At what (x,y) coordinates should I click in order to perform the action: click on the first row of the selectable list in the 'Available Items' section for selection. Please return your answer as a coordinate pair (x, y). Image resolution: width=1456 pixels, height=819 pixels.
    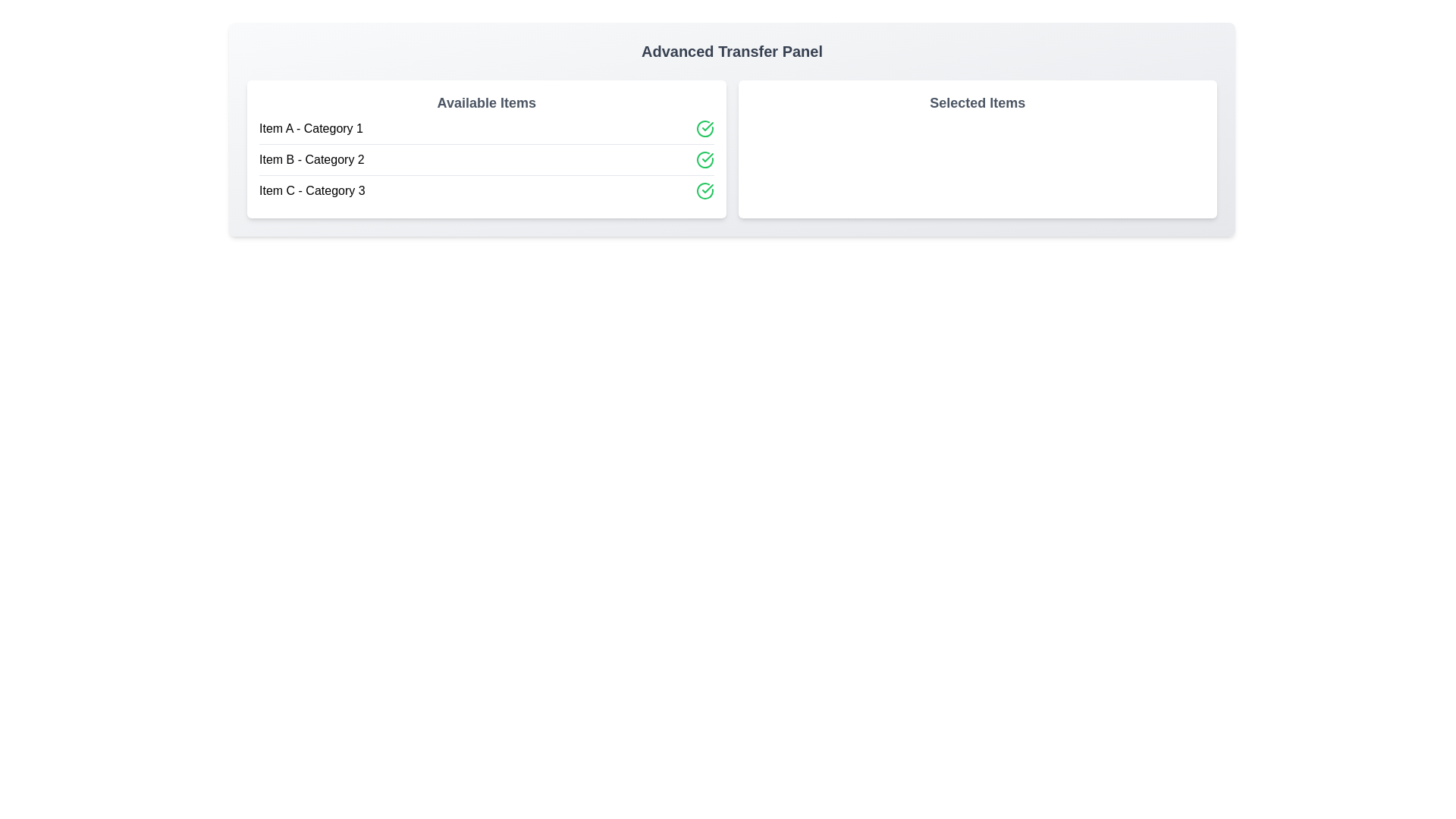
    Looking at the image, I should click on (486, 127).